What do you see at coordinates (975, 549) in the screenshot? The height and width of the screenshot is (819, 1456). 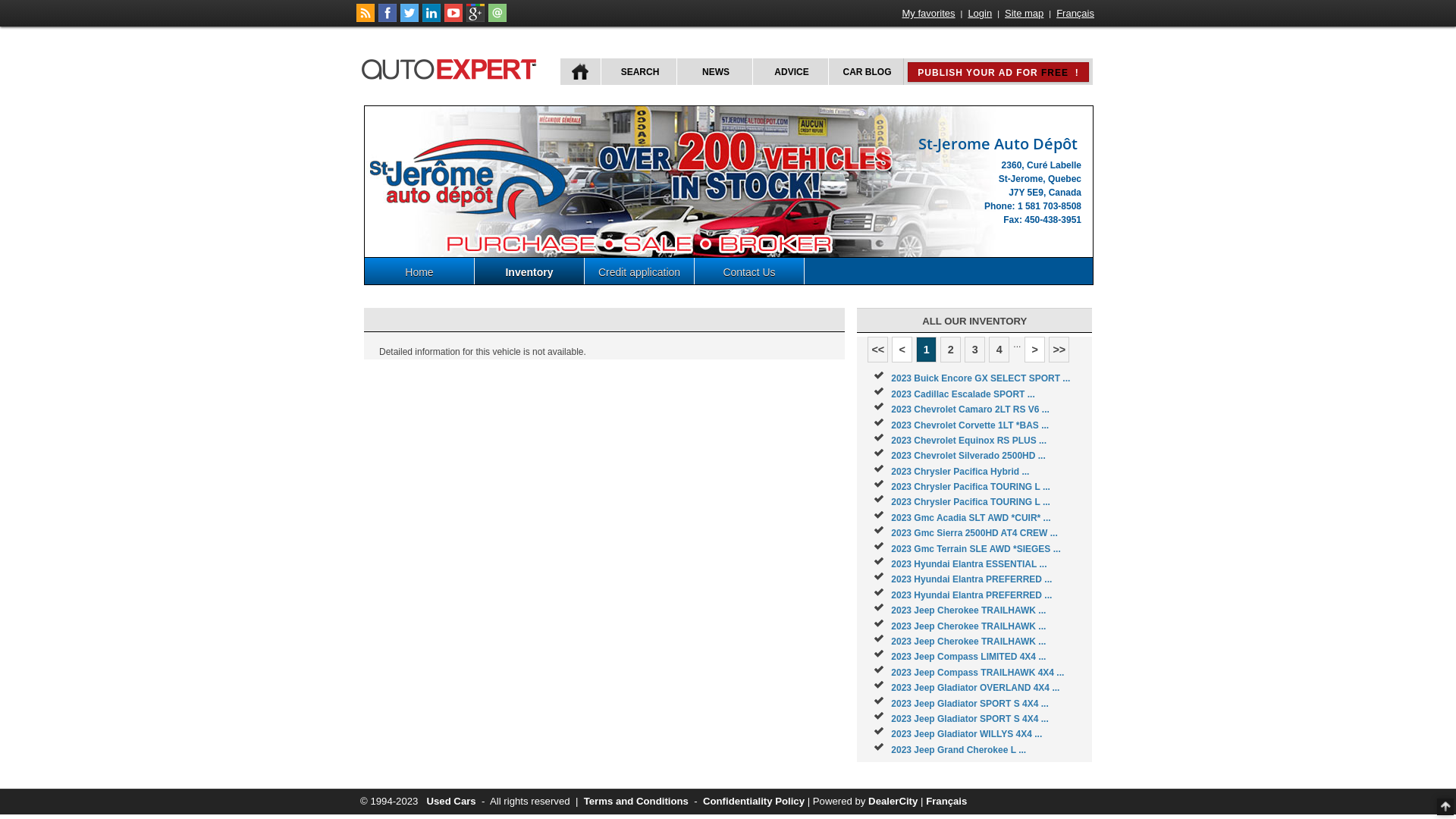 I see `'2023 Gmc Terrain SLE AWD *SIEGES ...'` at bounding box center [975, 549].